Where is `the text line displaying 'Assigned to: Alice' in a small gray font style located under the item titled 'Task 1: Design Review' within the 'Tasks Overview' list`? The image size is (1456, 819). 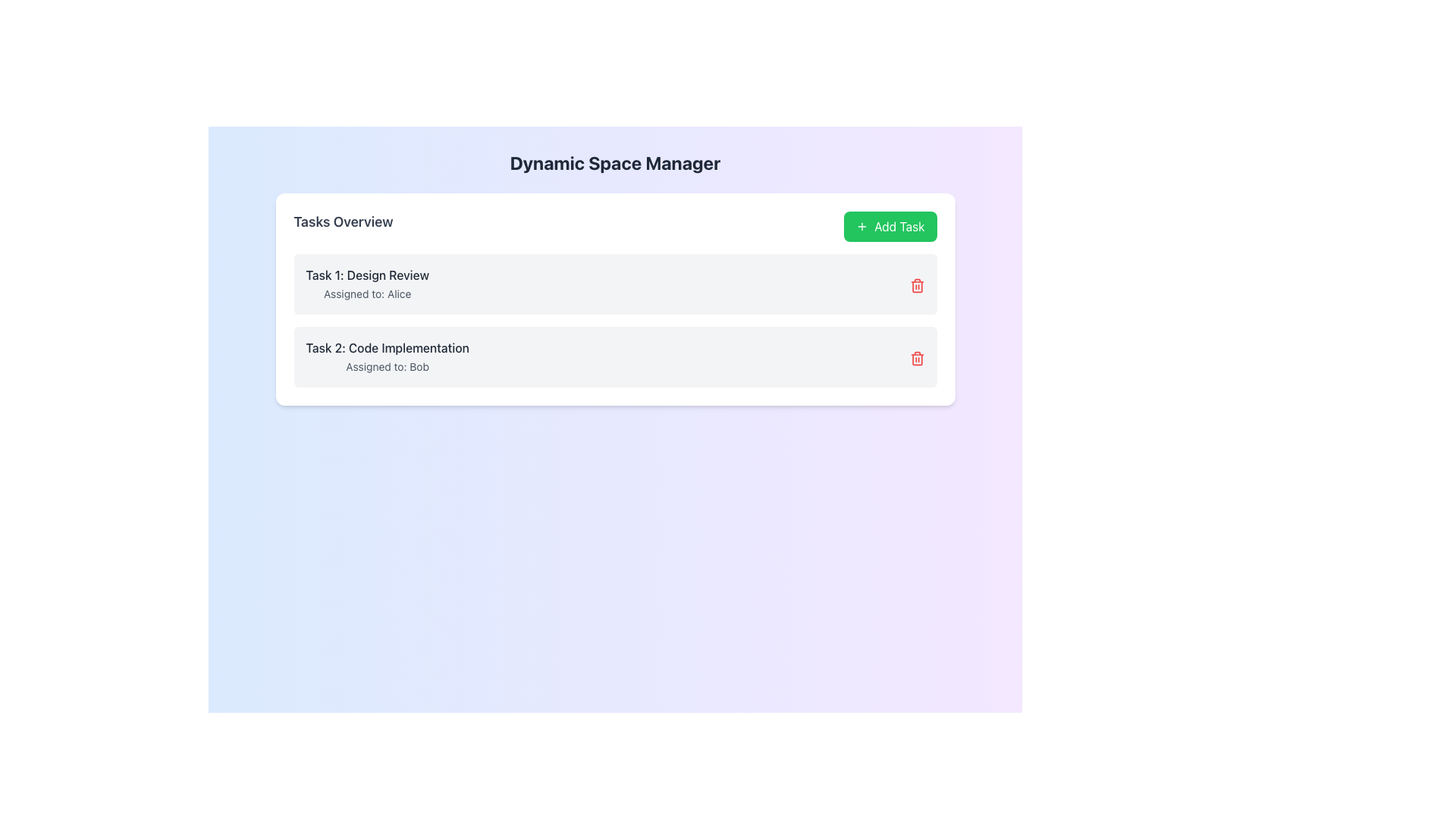 the text line displaying 'Assigned to: Alice' in a small gray font style located under the item titled 'Task 1: Design Review' within the 'Tasks Overview' list is located at coordinates (367, 293).